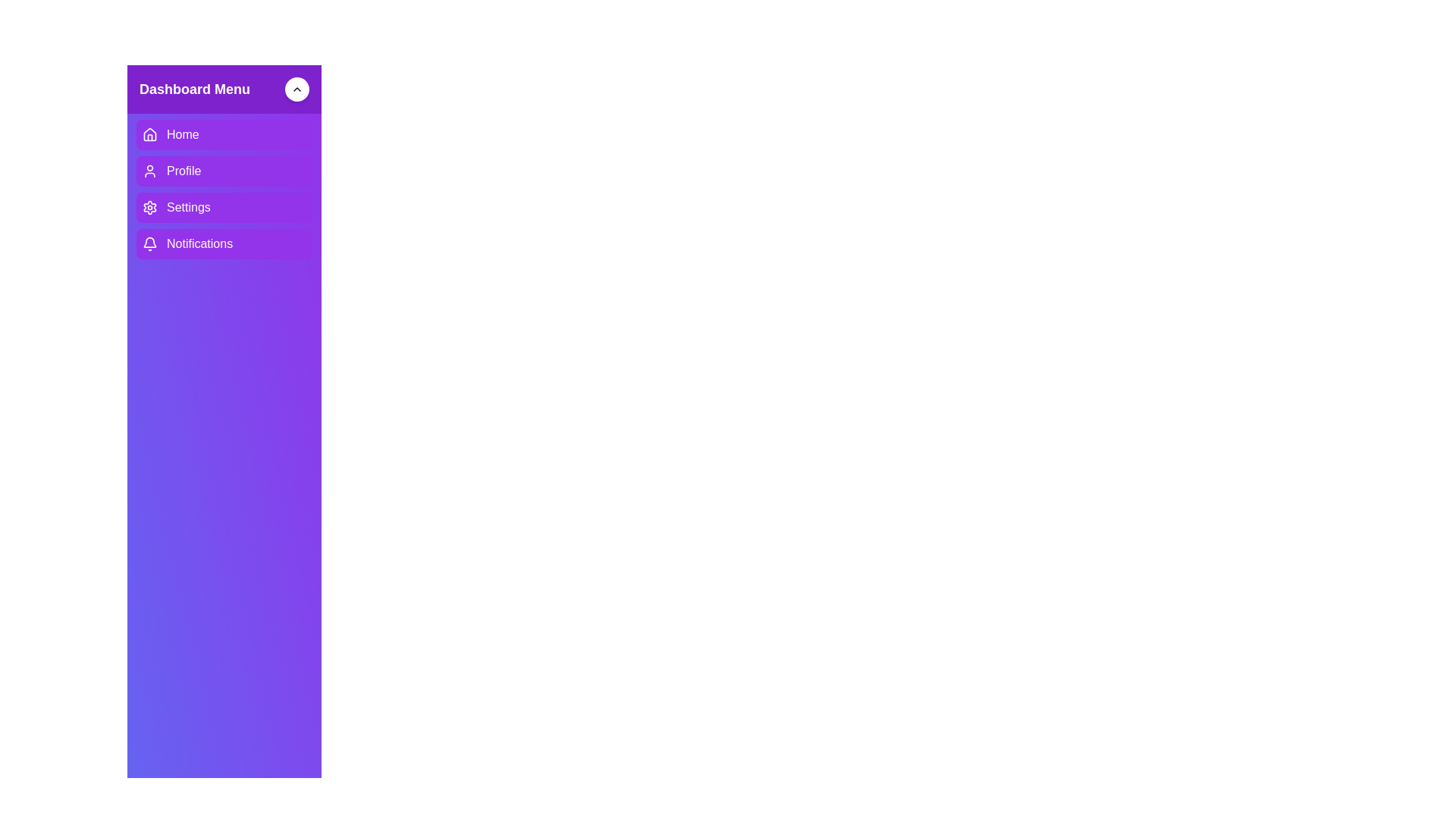  What do you see at coordinates (187, 207) in the screenshot?
I see `the 'Settings' text label in the navigation menu, which is the third item below 'Profile' and above 'Notifications'` at bounding box center [187, 207].